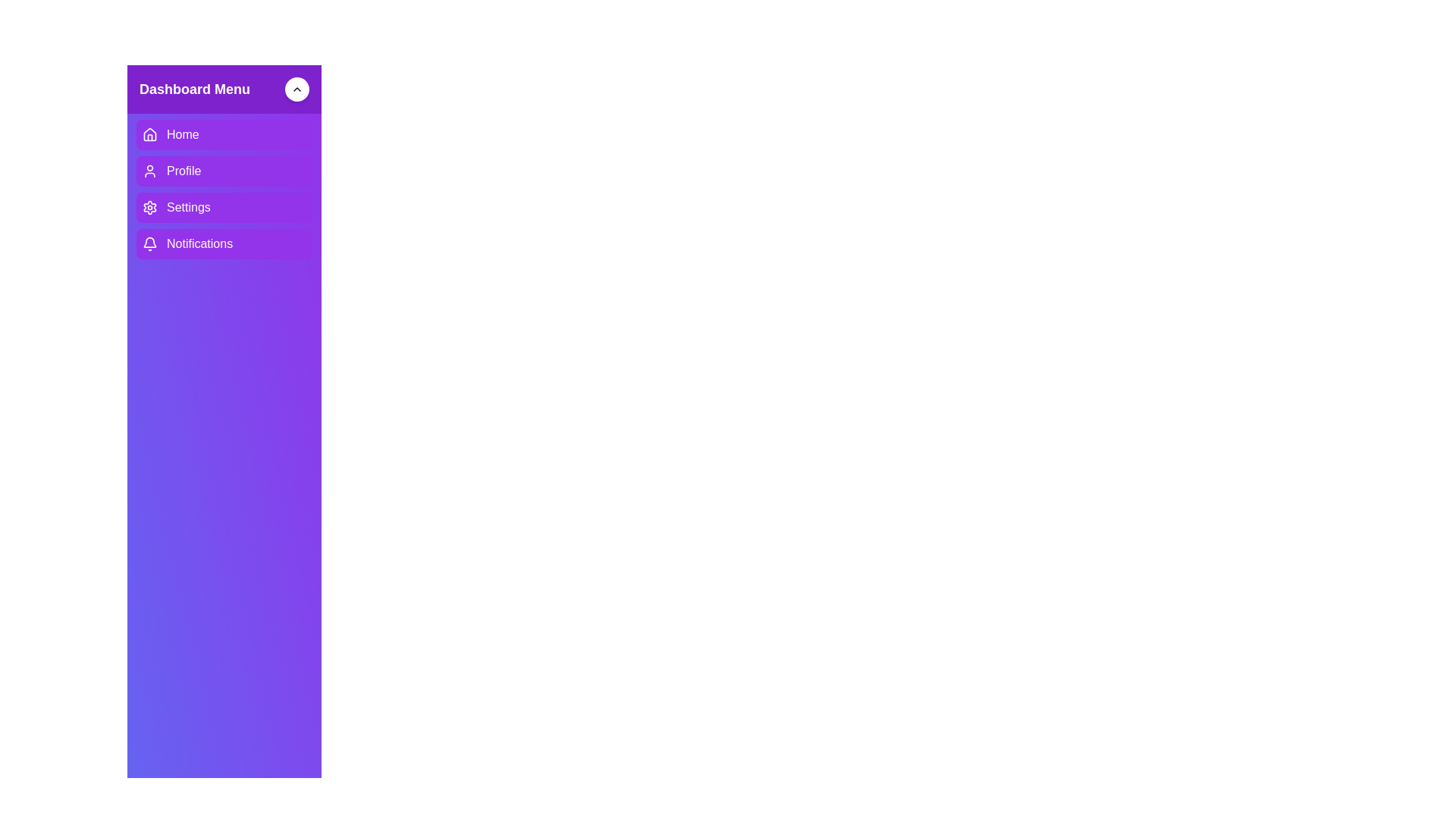  What do you see at coordinates (187, 207) in the screenshot?
I see `the 'Settings' text label in the navigation menu, which is the third item below 'Profile' and above 'Notifications'` at bounding box center [187, 207].